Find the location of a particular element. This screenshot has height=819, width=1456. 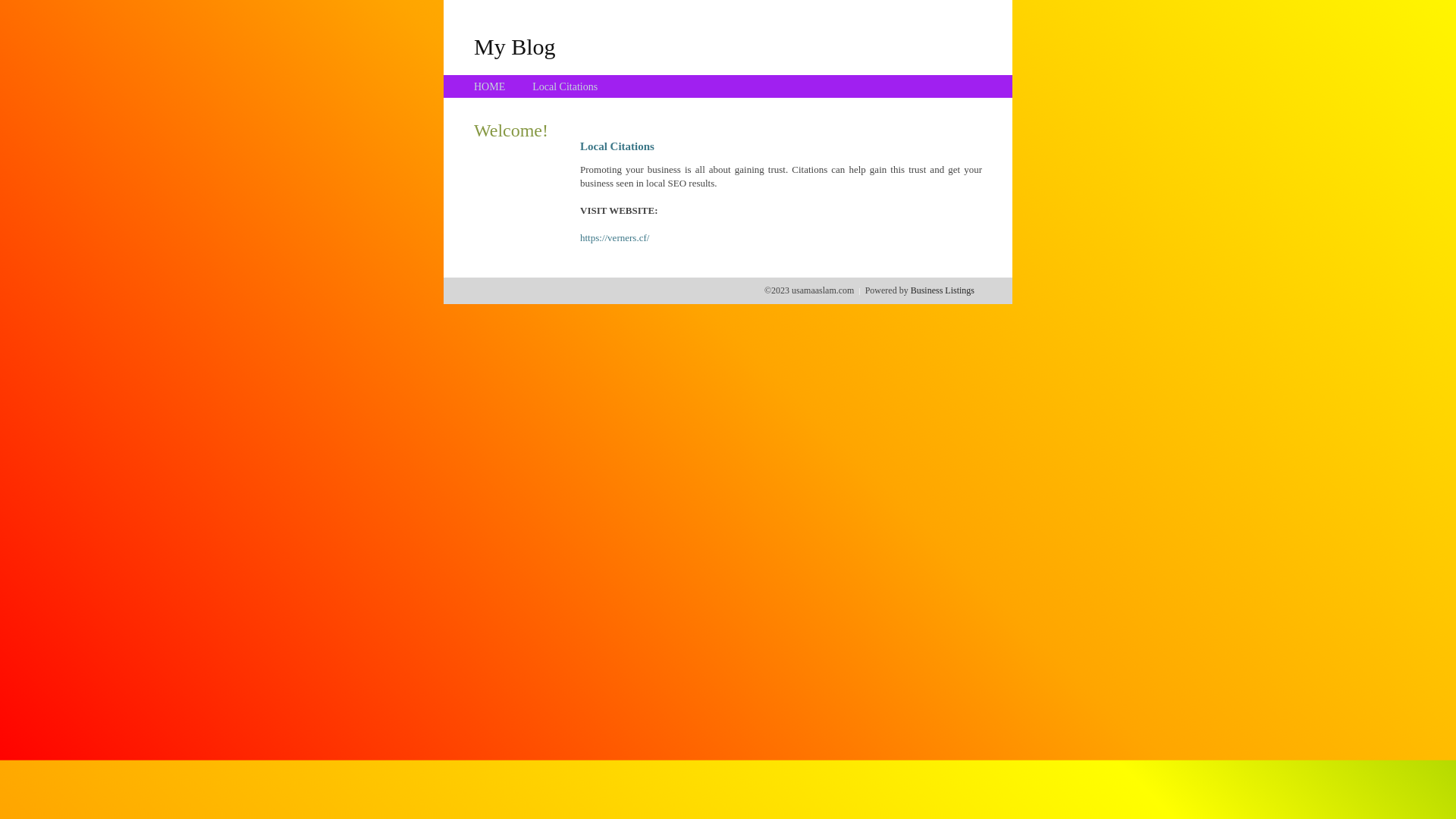

'Business Listings' is located at coordinates (942, 290).